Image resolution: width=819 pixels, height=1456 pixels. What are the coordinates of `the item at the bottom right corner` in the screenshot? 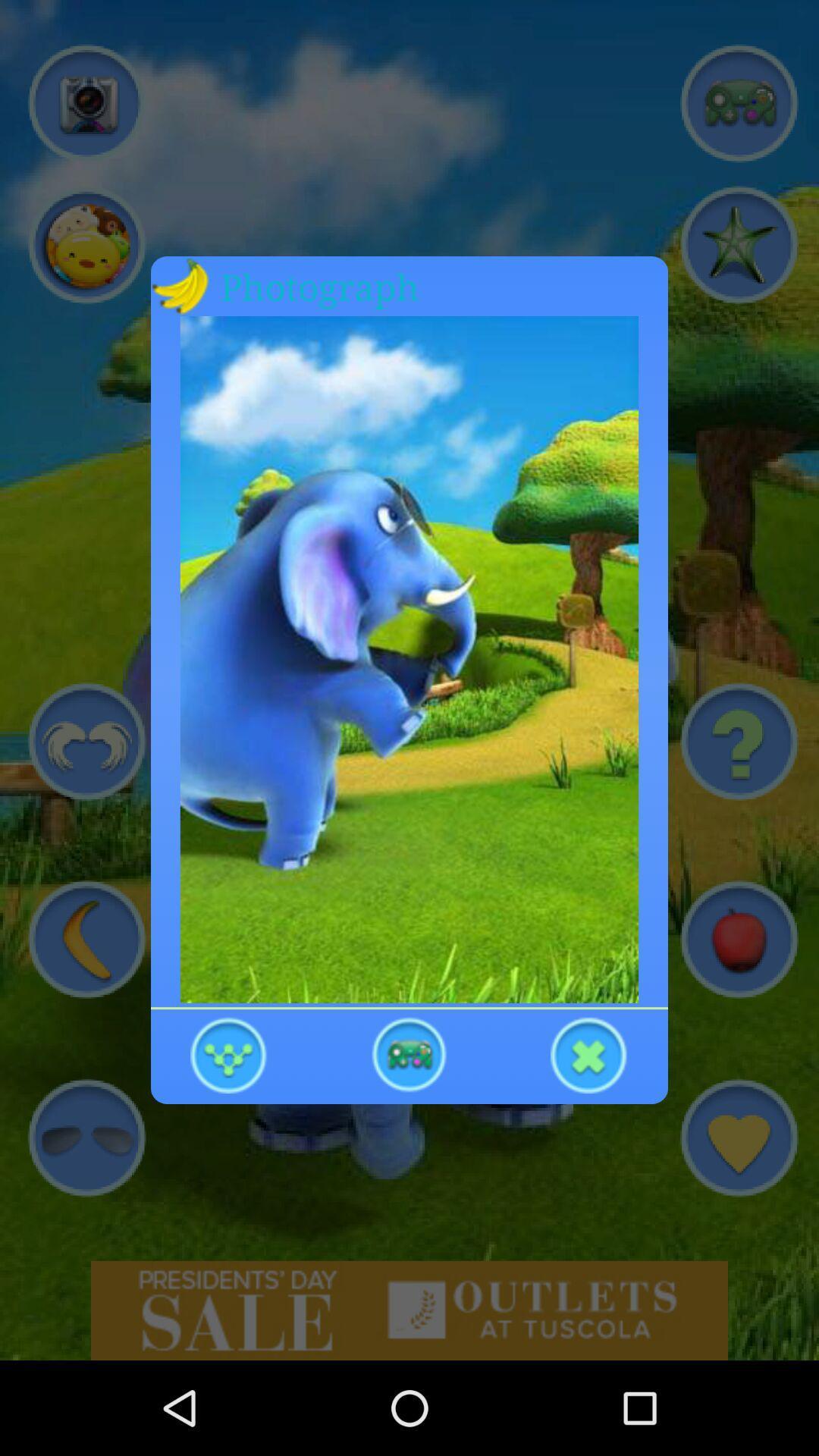 It's located at (588, 1053).